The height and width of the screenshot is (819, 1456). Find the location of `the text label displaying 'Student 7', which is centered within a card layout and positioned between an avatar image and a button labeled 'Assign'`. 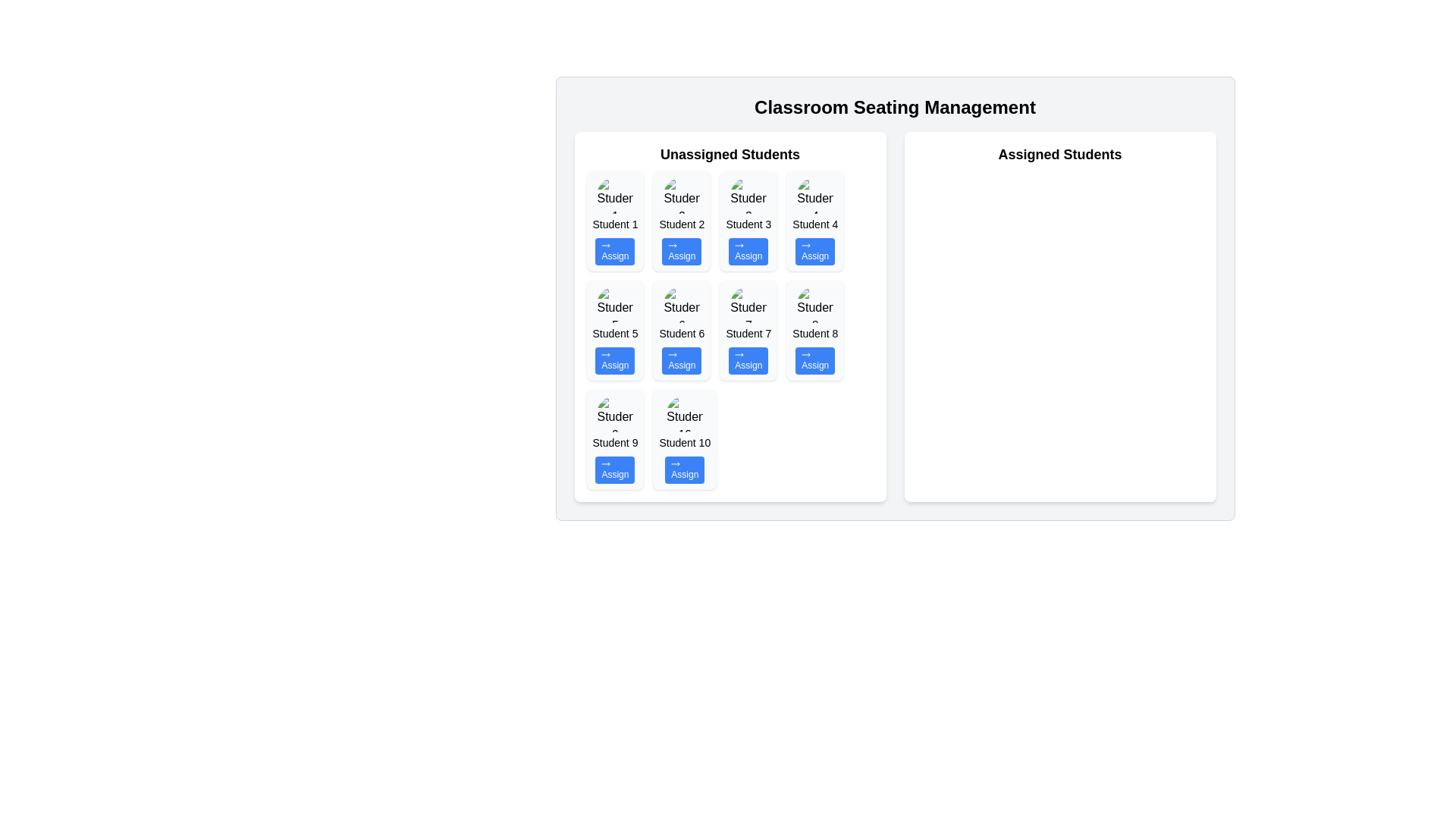

the text label displaying 'Student 7', which is centered within a card layout and positioned between an avatar image and a button labeled 'Assign' is located at coordinates (748, 332).